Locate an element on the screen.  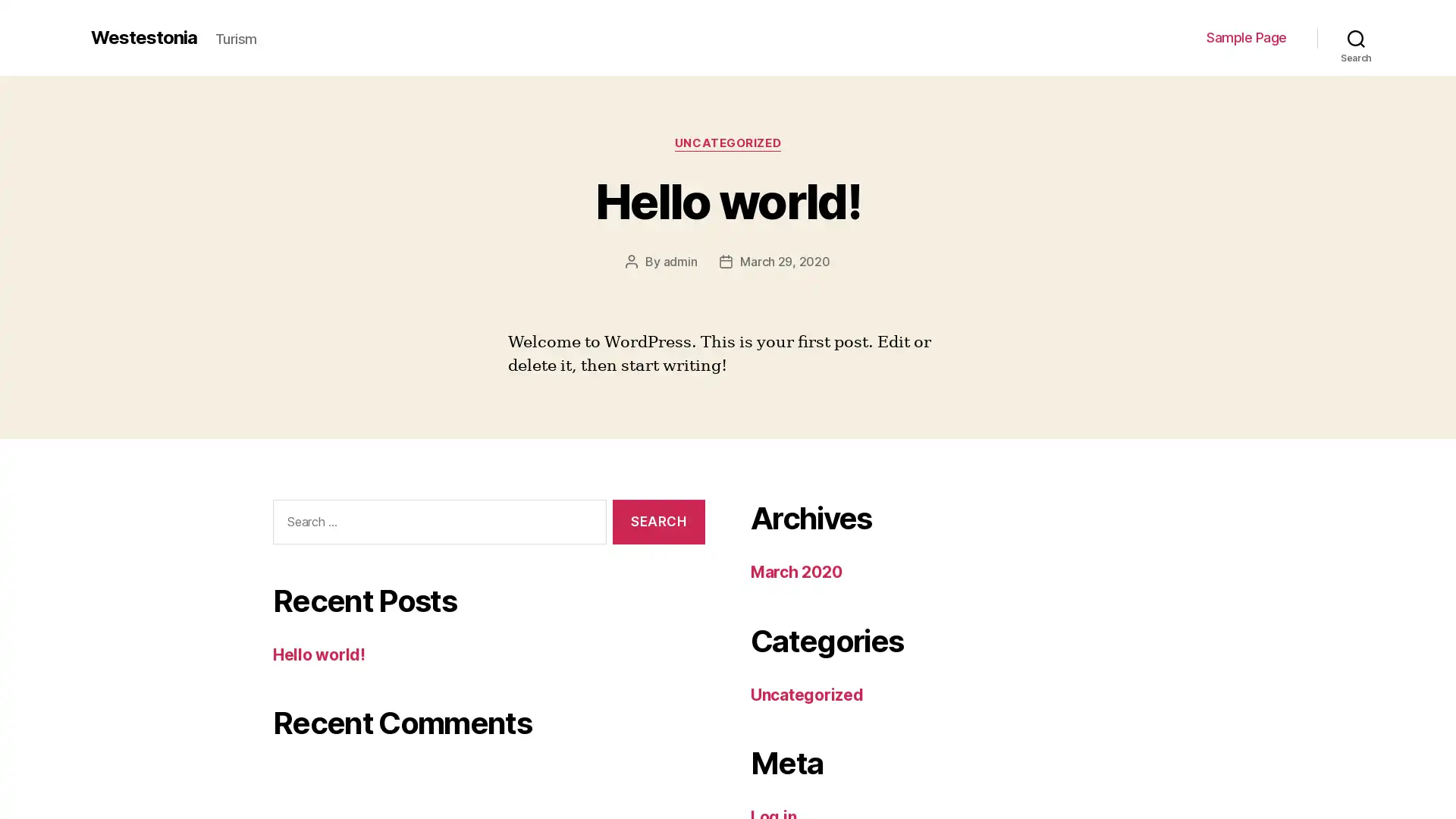
Search is located at coordinates (1356, 37).